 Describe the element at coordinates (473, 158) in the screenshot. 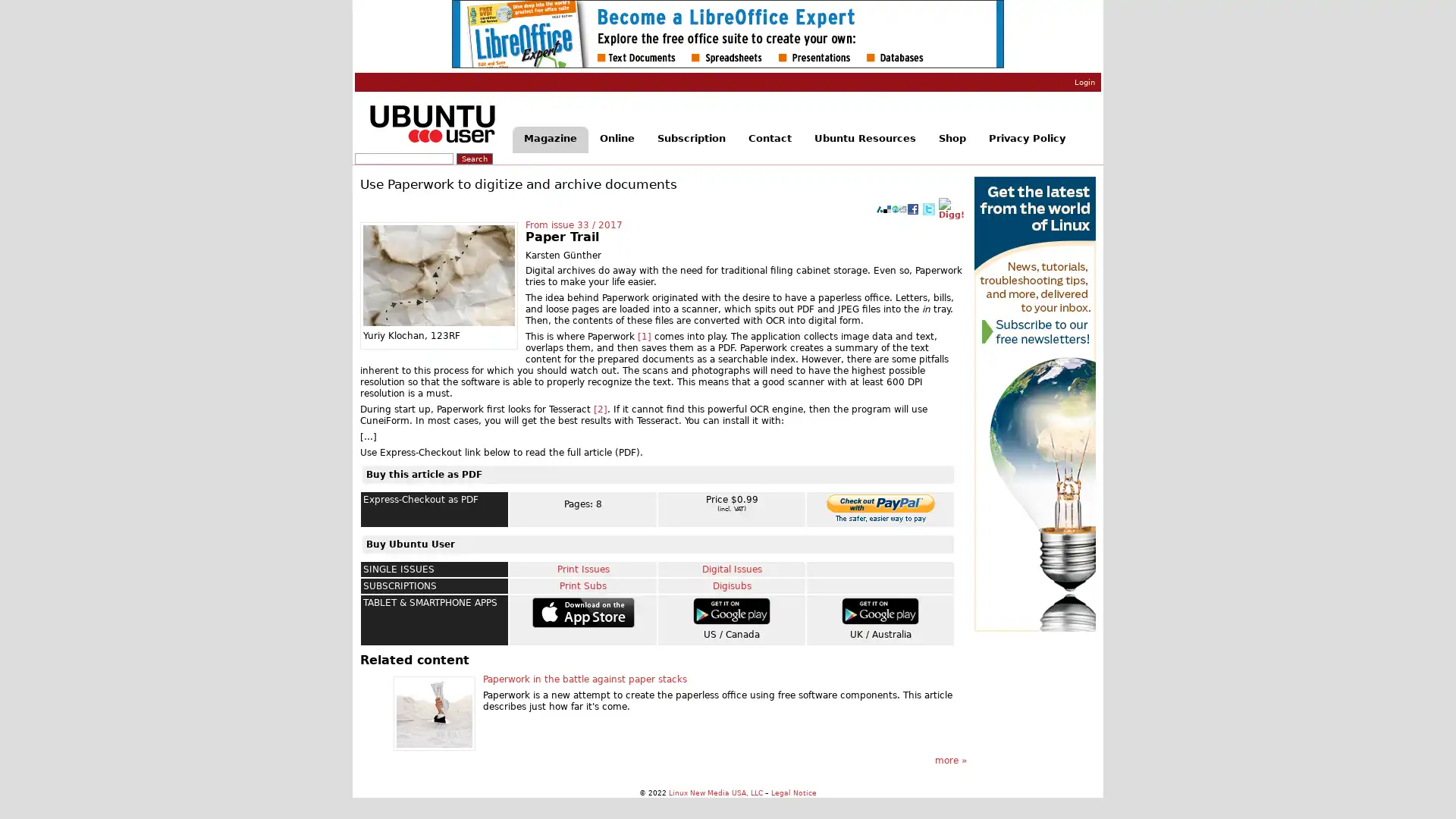

I see `Search` at that location.